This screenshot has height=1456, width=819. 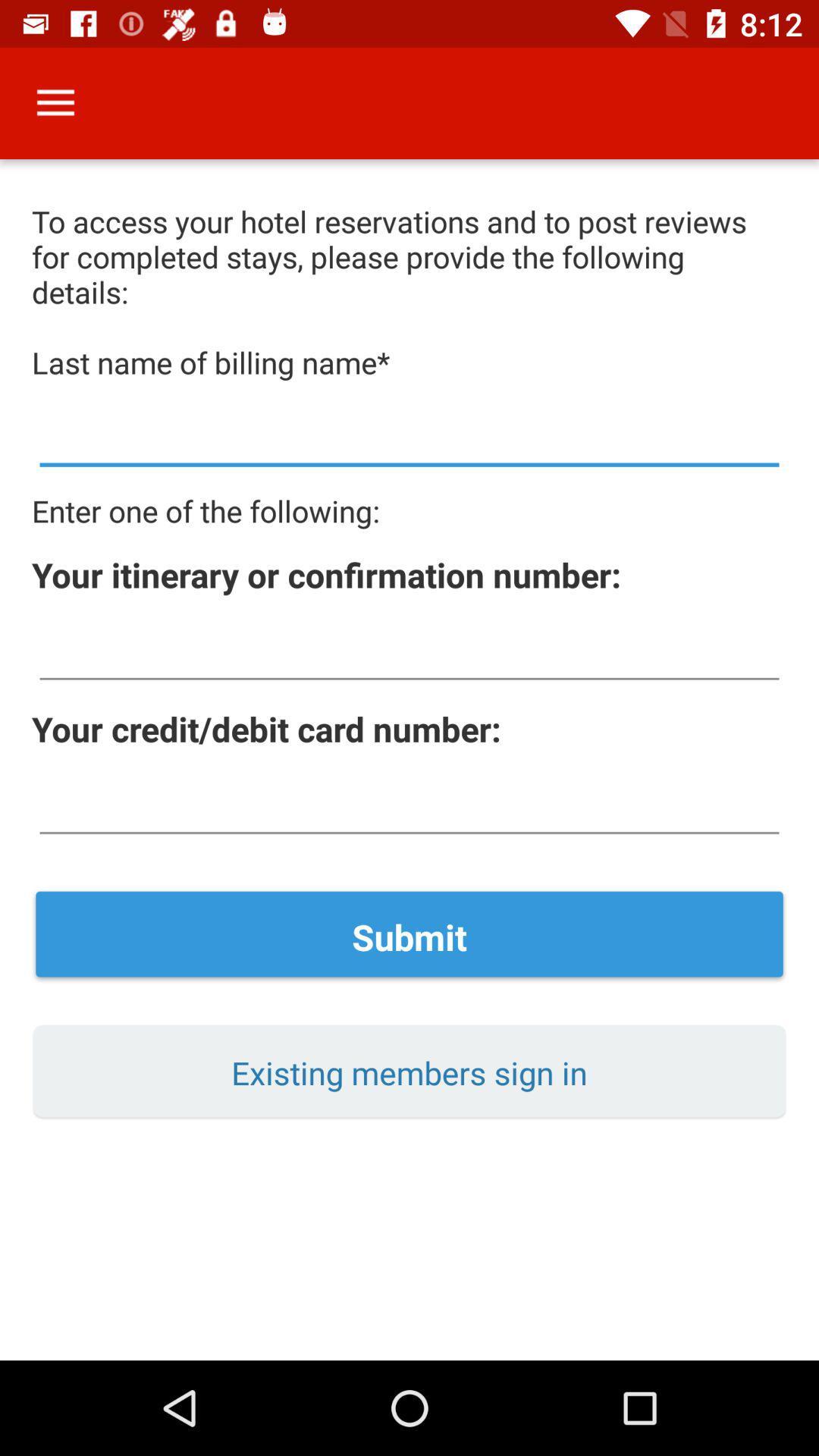 I want to click on existing members sign item, so click(x=409, y=1072).